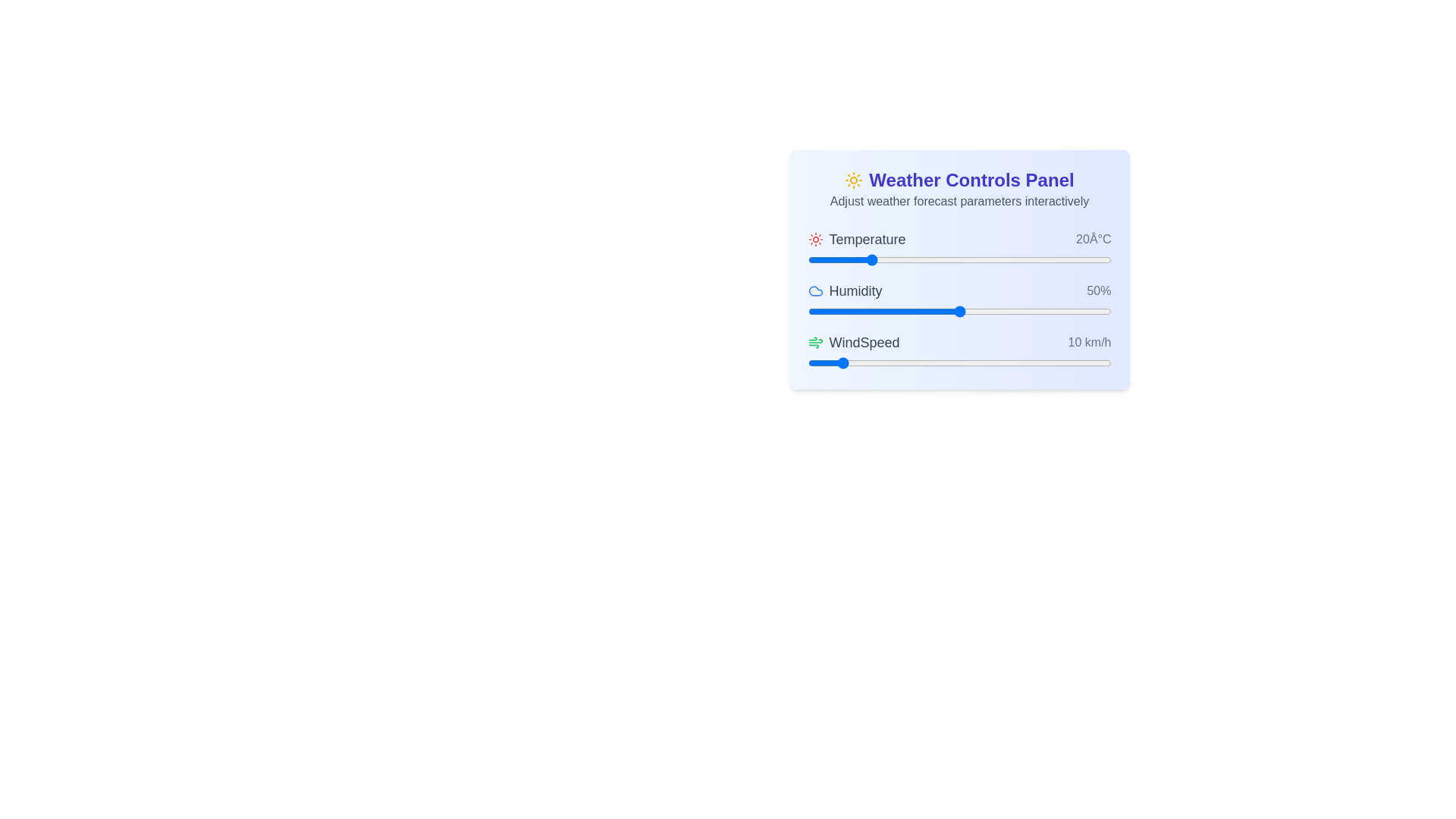 The width and height of the screenshot is (1456, 819). What do you see at coordinates (905, 362) in the screenshot?
I see `the wind speed slider to set the wind speed to 32 km/h` at bounding box center [905, 362].